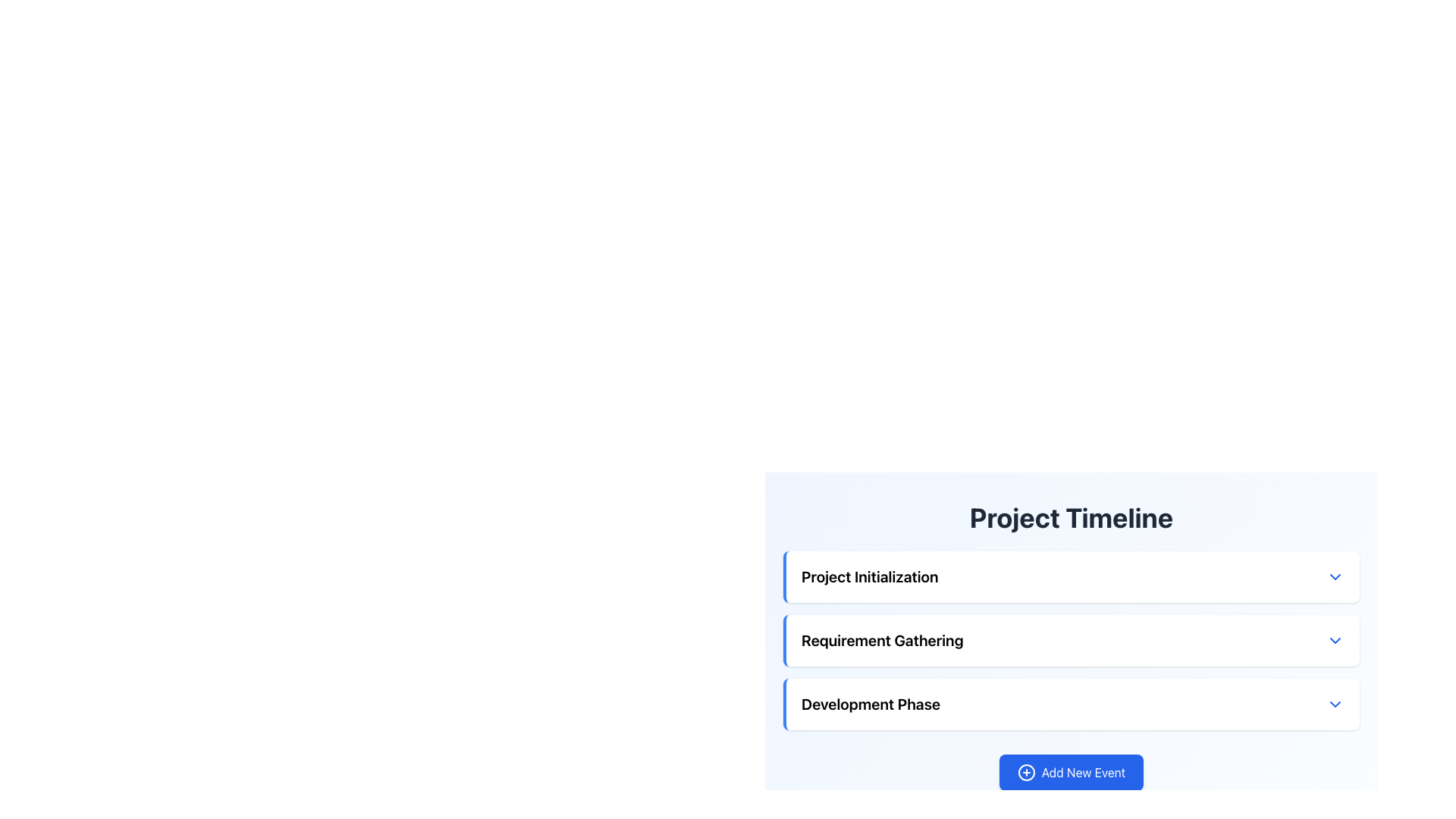 This screenshot has width=1456, height=819. What do you see at coordinates (1335, 704) in the screenshot?
I see `the downward-facing chevron-shaped dropdown toggle icon located at the right edge of the 'Development Phase' section` at bounding box center [1335, 704].